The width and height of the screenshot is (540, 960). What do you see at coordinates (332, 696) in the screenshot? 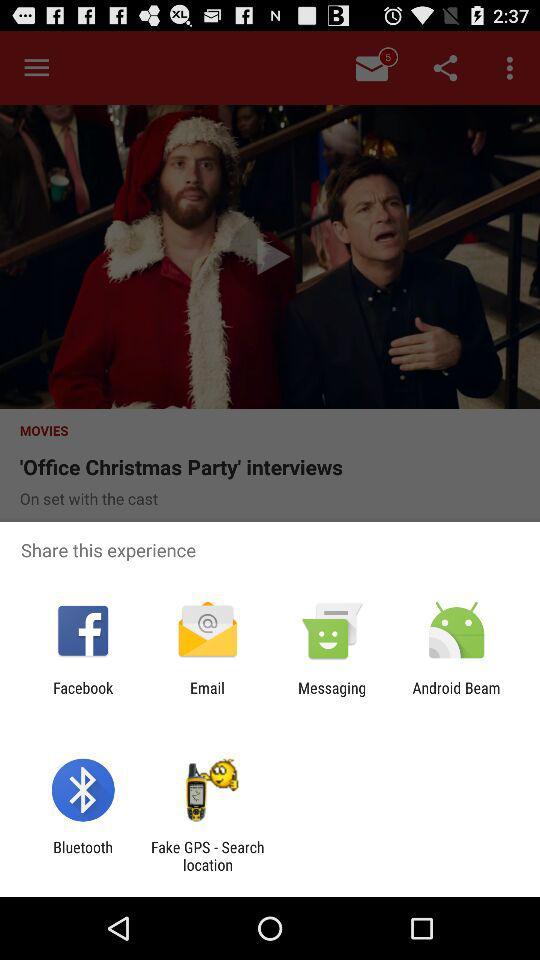
I see `the icon next to email` at bounding box center [332, 696].